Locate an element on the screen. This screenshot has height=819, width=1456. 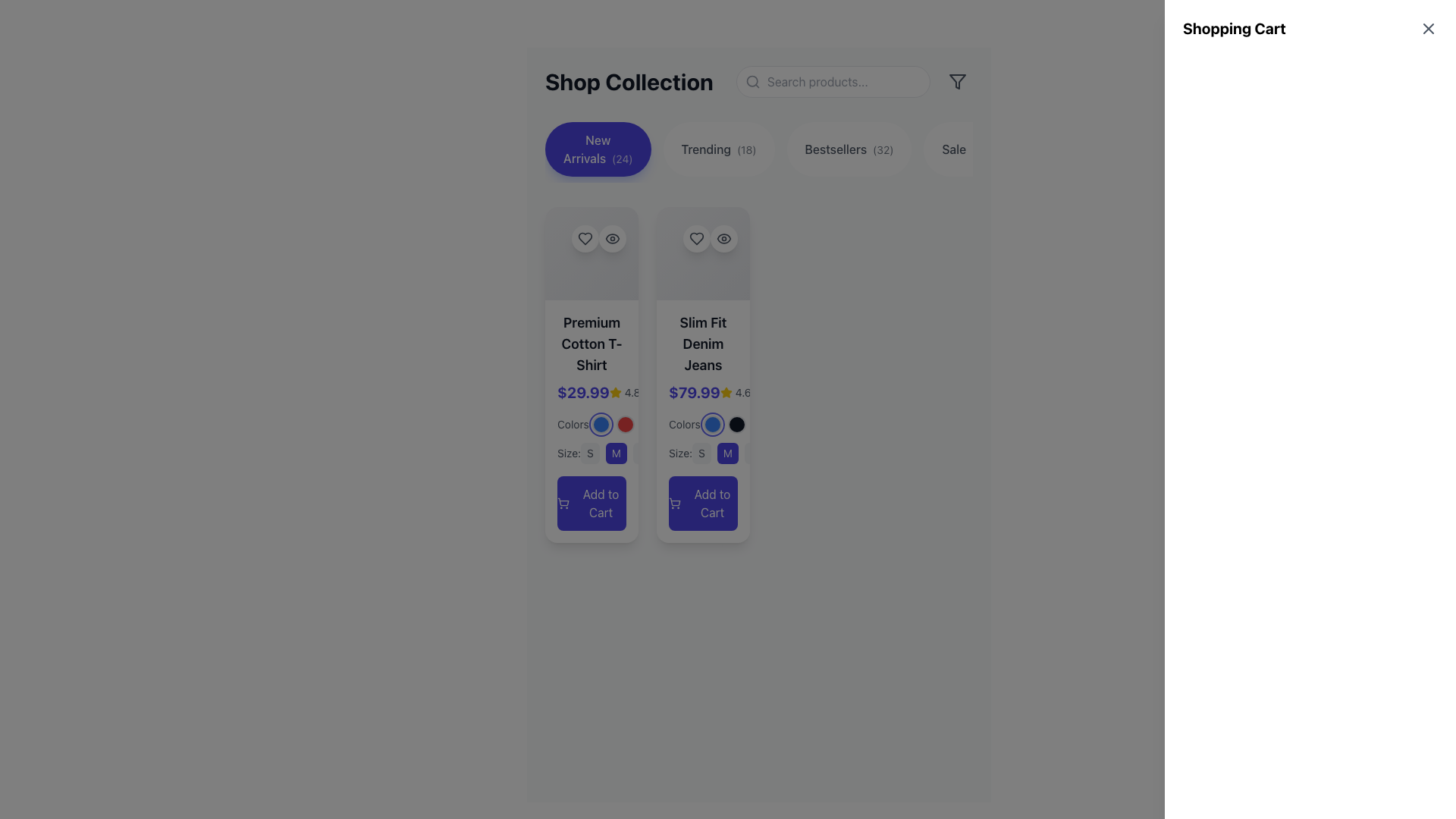
the circular button with an eye-shaped icon in the top right corner of the card component is located at coordinates (612, 239).